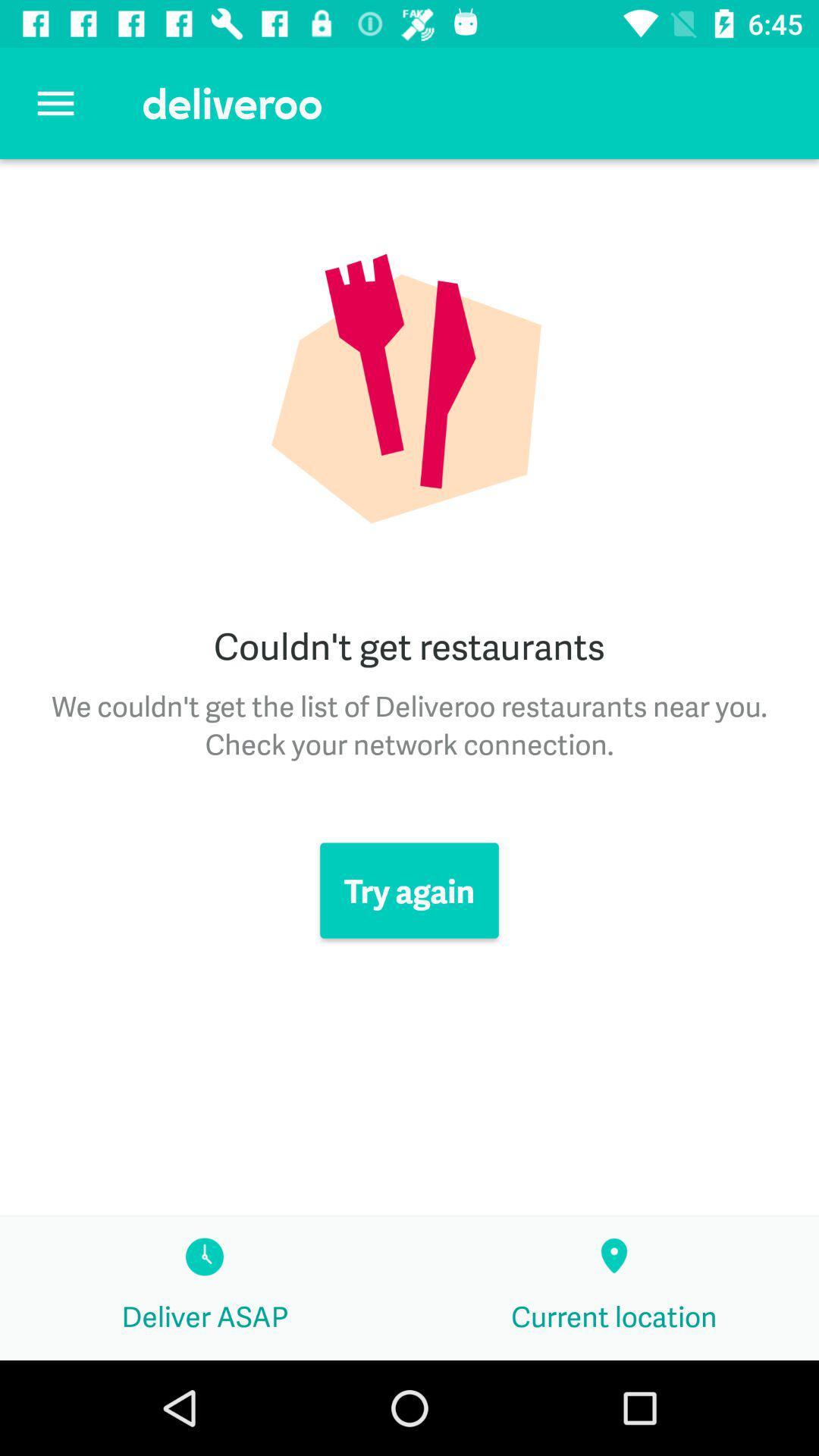 Image resolution: width=819 pixels, height=1456 pixels. Describe the element at coordinates (409, 890) in the screenshot. I see `try again icon` at that location.